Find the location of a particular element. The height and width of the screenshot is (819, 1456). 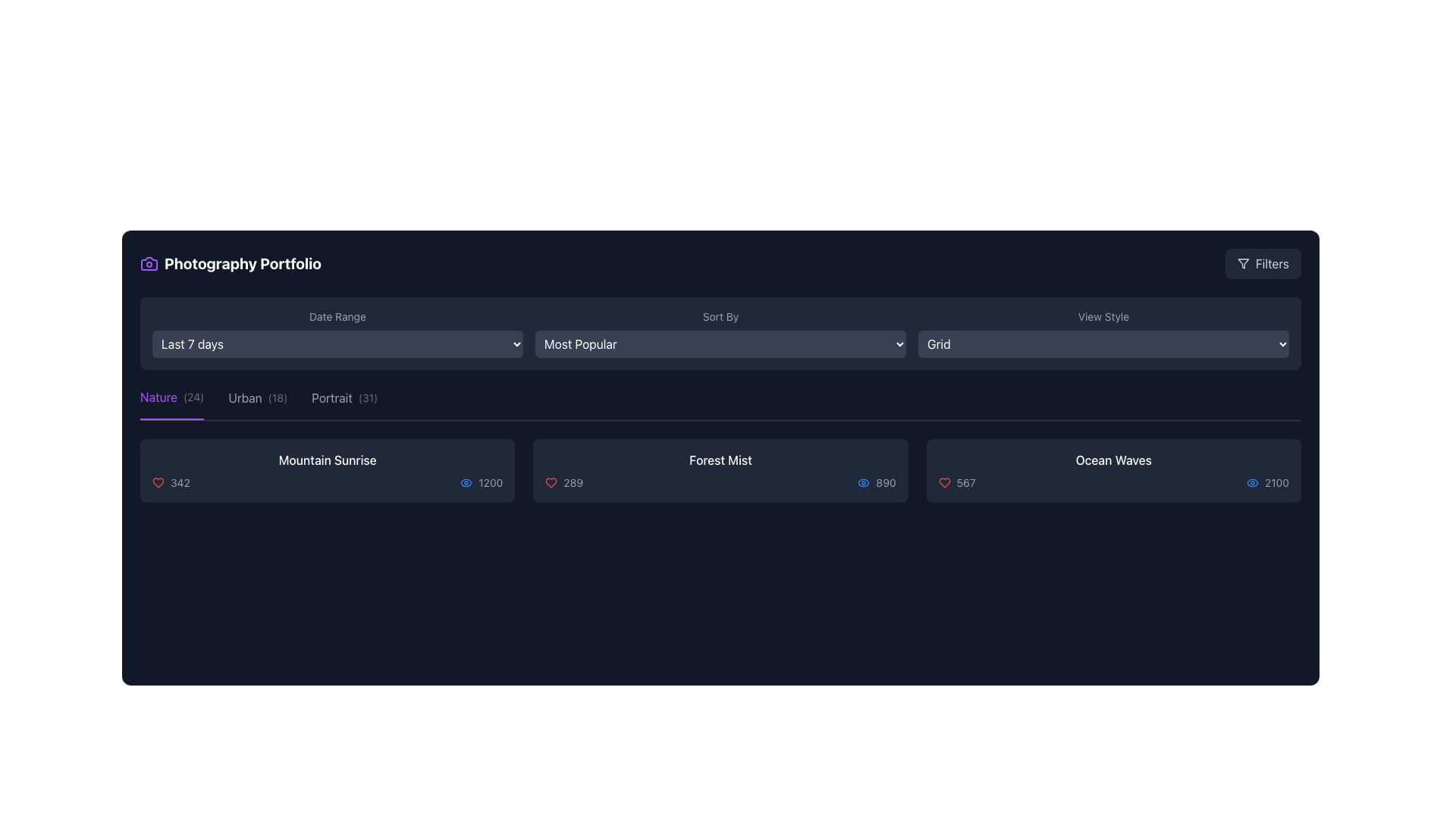

the 'Portrait (31)' category tab is located at coordinates (344, 397).